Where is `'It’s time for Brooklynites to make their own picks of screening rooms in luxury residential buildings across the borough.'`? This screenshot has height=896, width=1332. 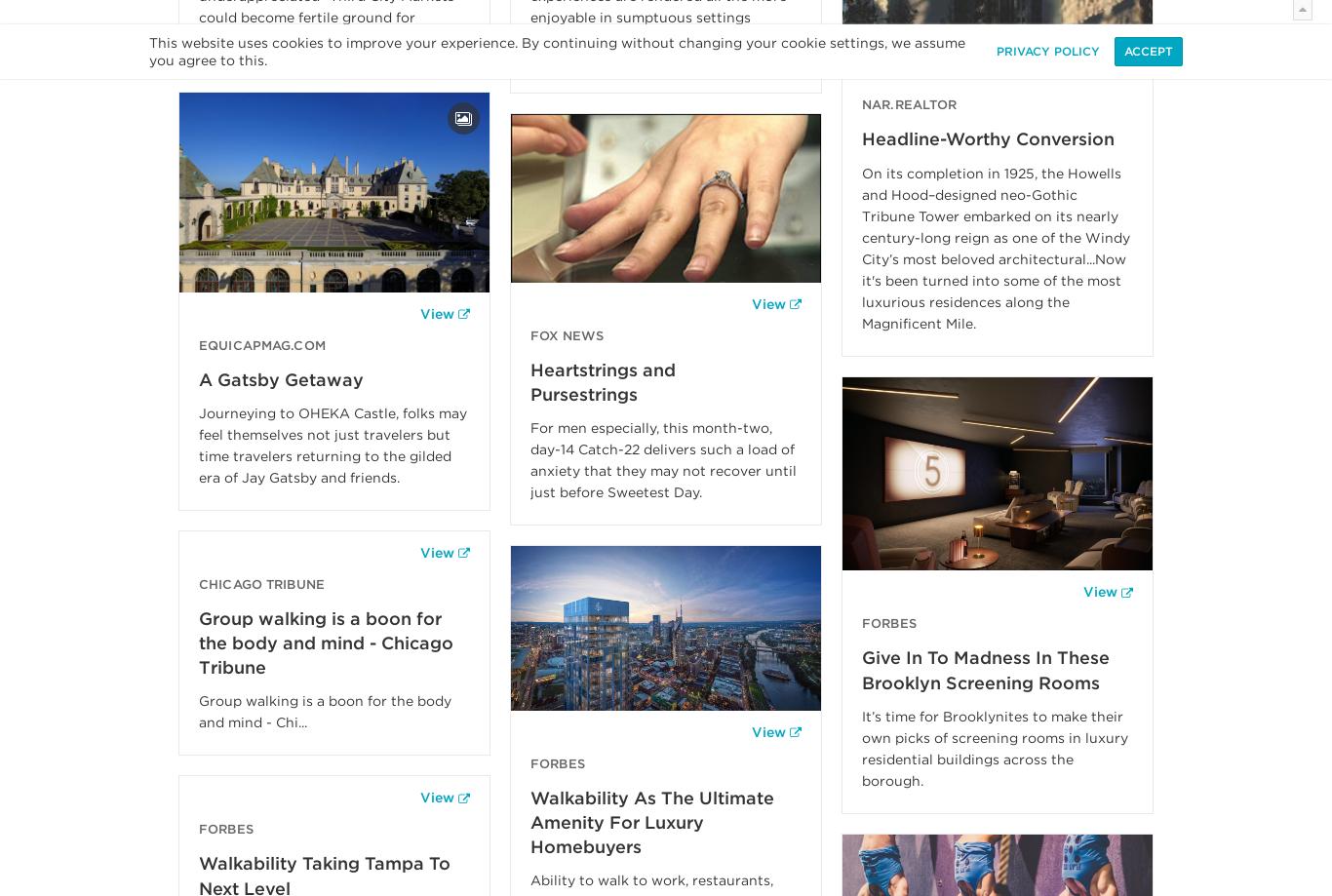 'It’s time for Brooklynites to make their own picks of screening rooms in luxury residential buildings across the borough.' is located at coordinates (995, 747).